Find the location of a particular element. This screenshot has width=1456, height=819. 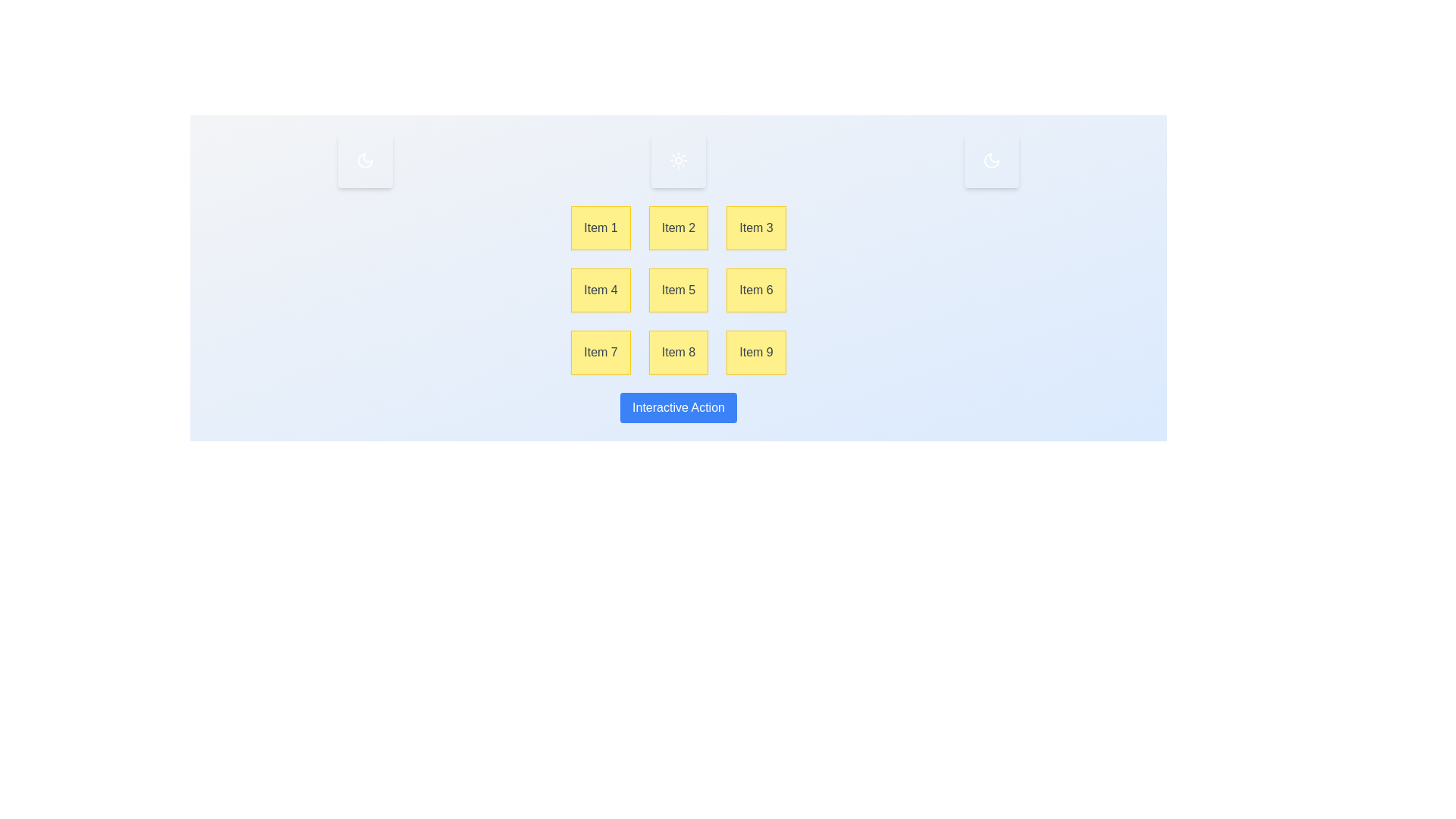

the static text label displaying 'Item 8', which is located in the third row and second column of a grid layout is located at coordinates (677, 353).